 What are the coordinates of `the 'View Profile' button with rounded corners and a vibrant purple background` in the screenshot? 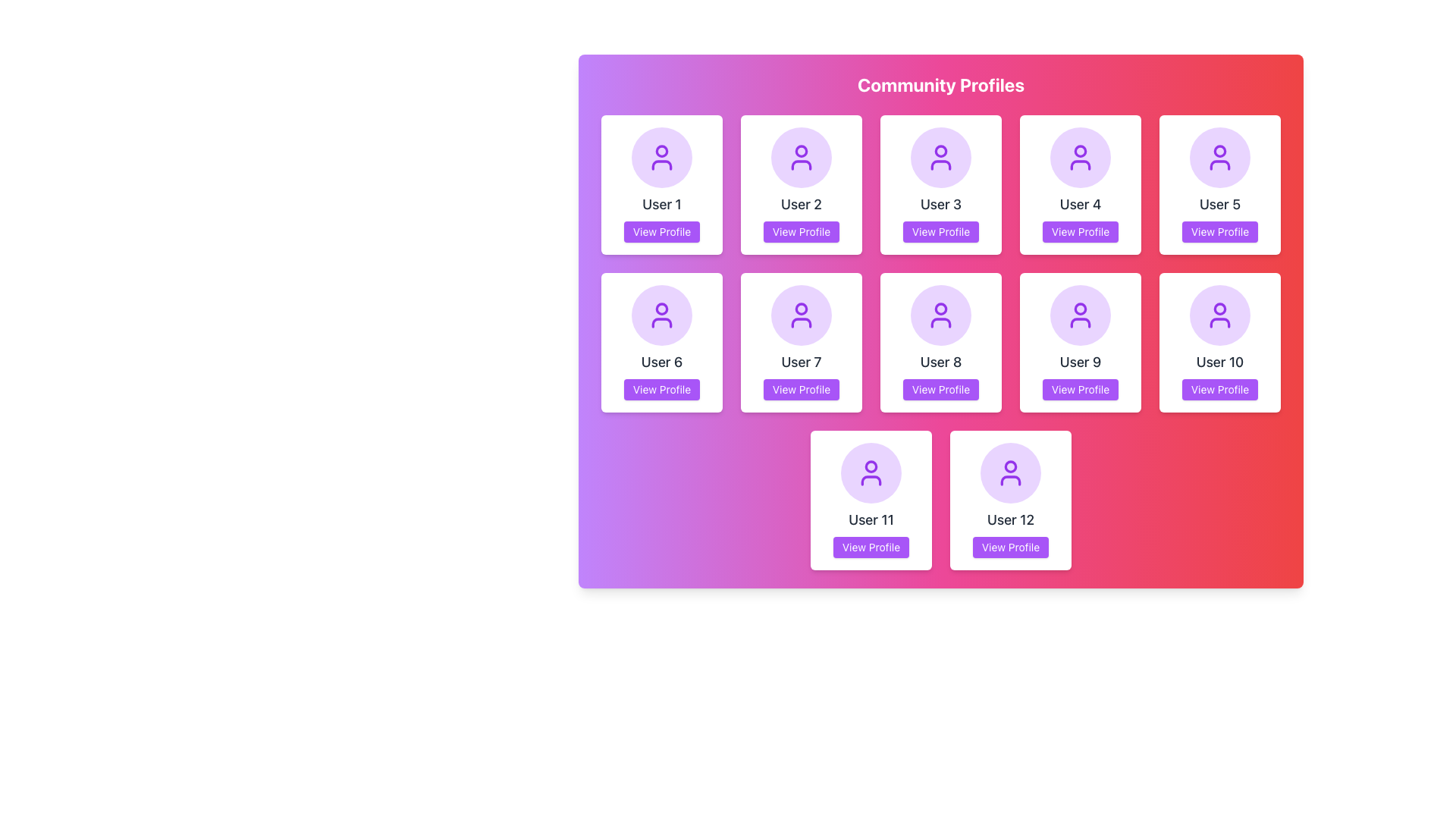 It's located at (662, 388).